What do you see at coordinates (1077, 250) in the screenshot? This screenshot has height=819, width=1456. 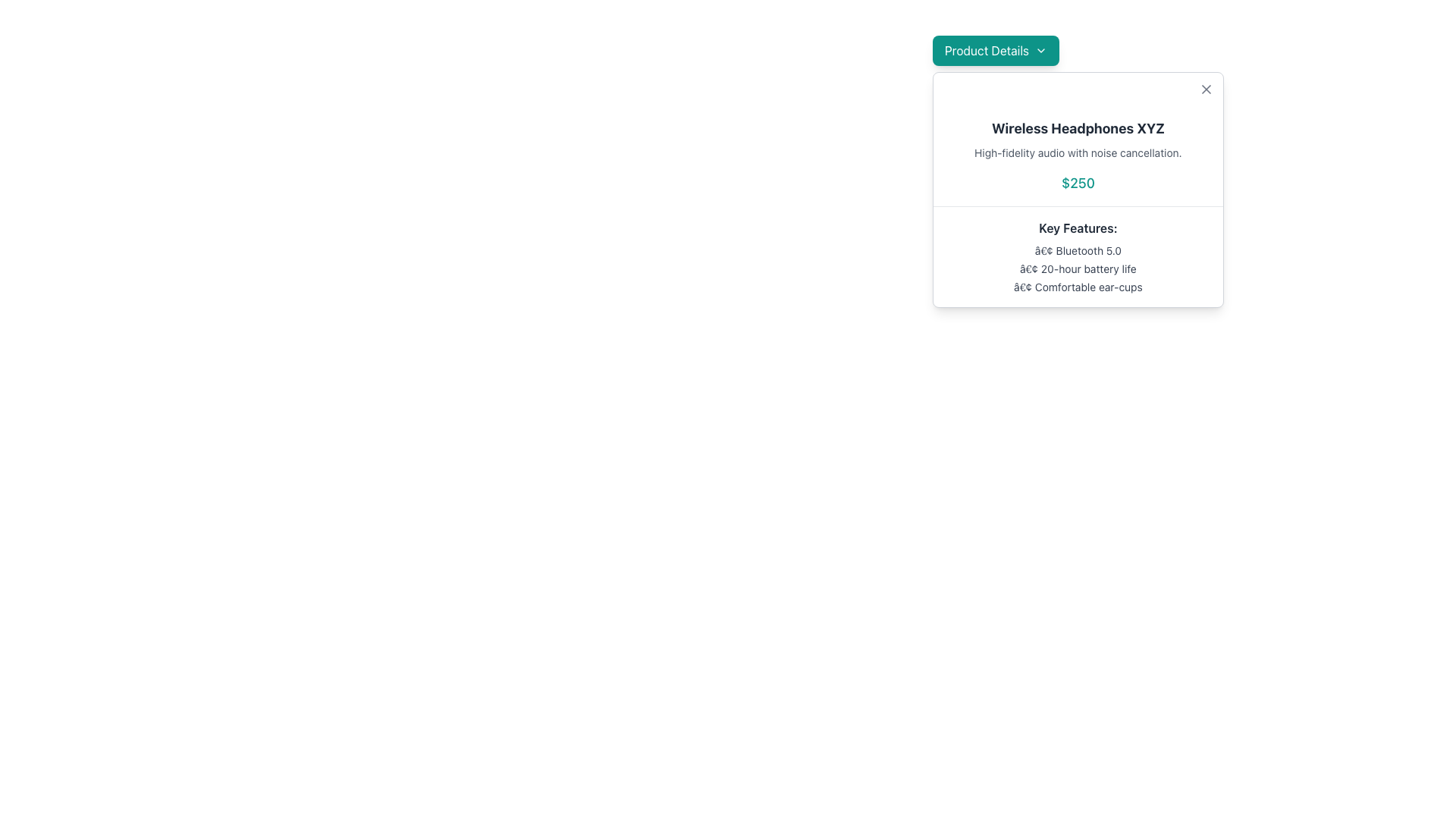 I see `feature description for Bluetooth 5.0 compatibility, which is the first item in the vertical list under the 'Key Features' title in the card layout` at bounding box center [1077, 250].